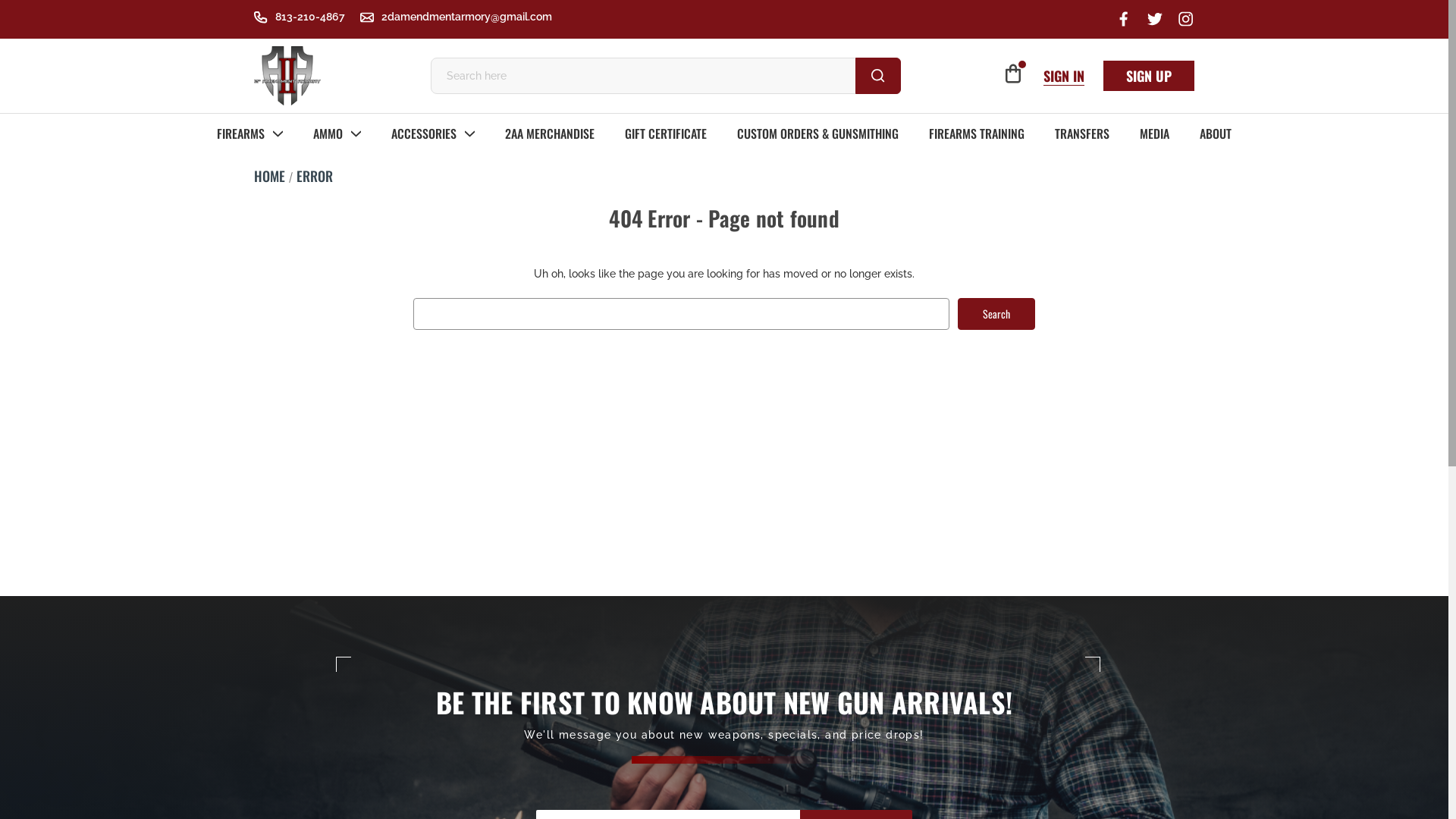 The image size is (1456, 819). Describe the element at coordinates (1039, 133) in the screenshot. I see `'TRANSFERS'` at that location.